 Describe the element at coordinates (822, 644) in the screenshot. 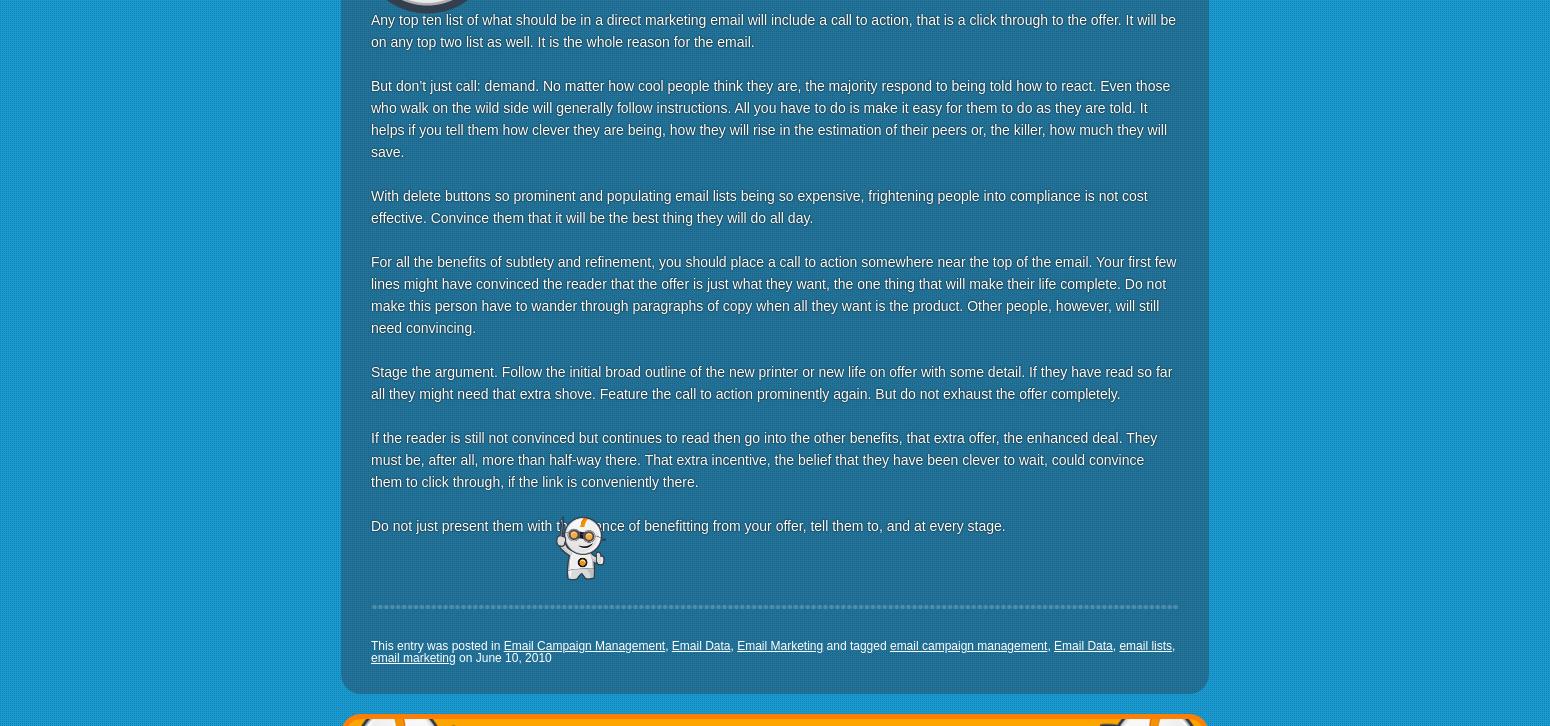

I see `'and tagged'` at that location.